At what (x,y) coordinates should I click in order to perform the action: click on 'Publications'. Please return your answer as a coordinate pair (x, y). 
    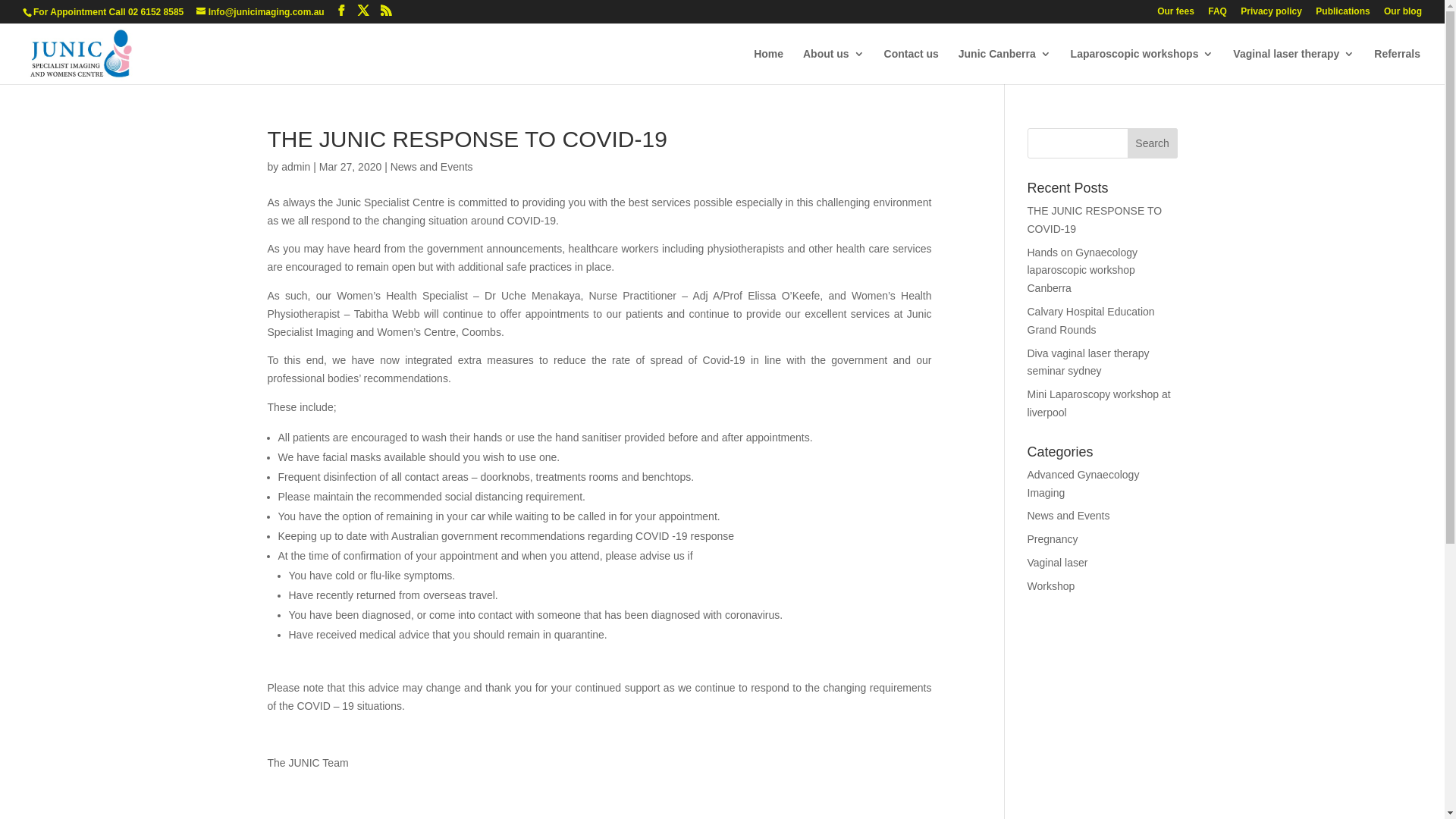
    Looking at the image, I should click on (1342, 14).